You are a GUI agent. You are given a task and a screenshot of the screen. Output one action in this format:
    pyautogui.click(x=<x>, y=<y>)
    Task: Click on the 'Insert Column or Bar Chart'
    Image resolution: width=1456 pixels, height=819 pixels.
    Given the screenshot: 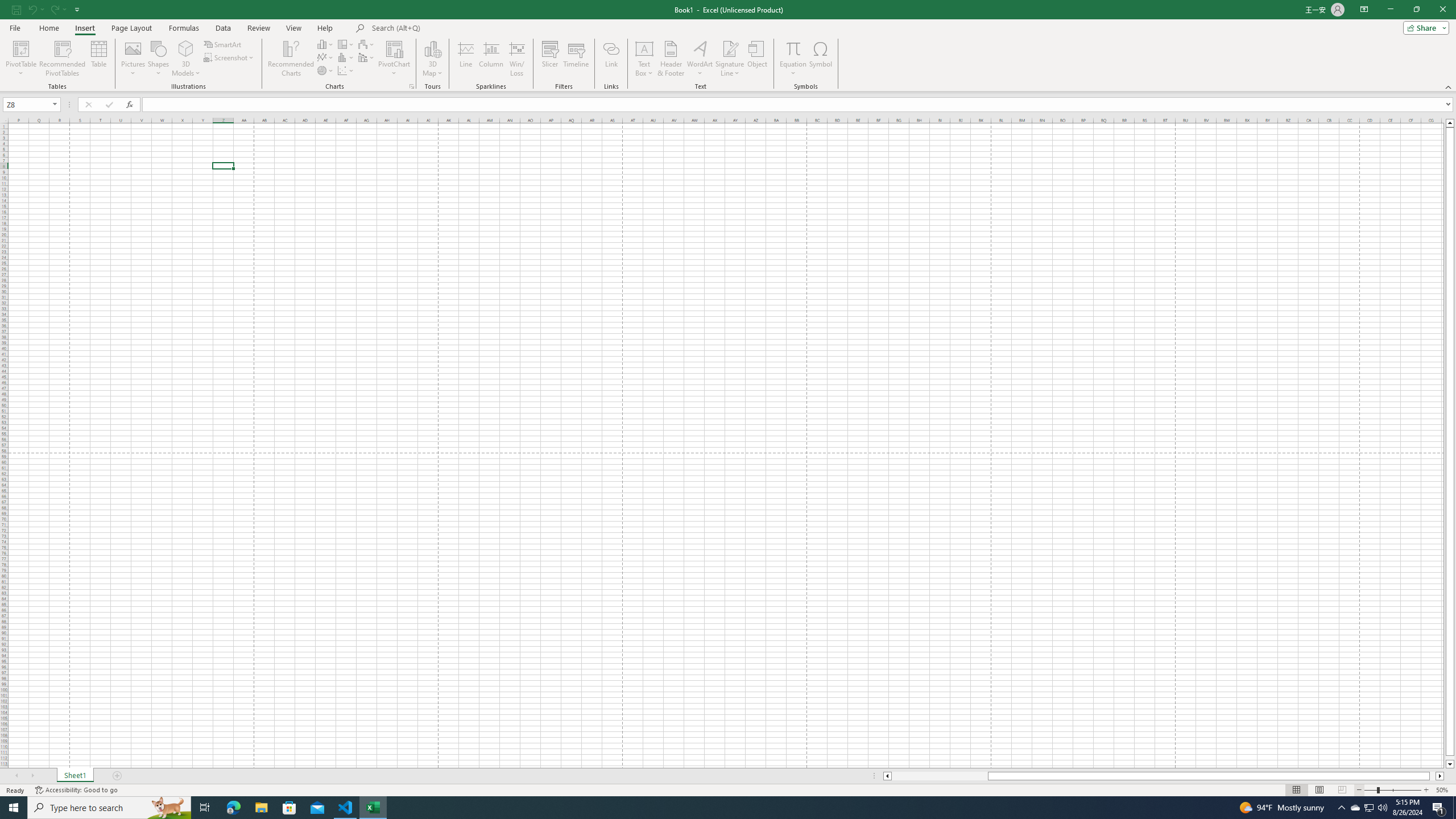 What is the action you would take?
    pyautogui.click(x=325, y=44)
    